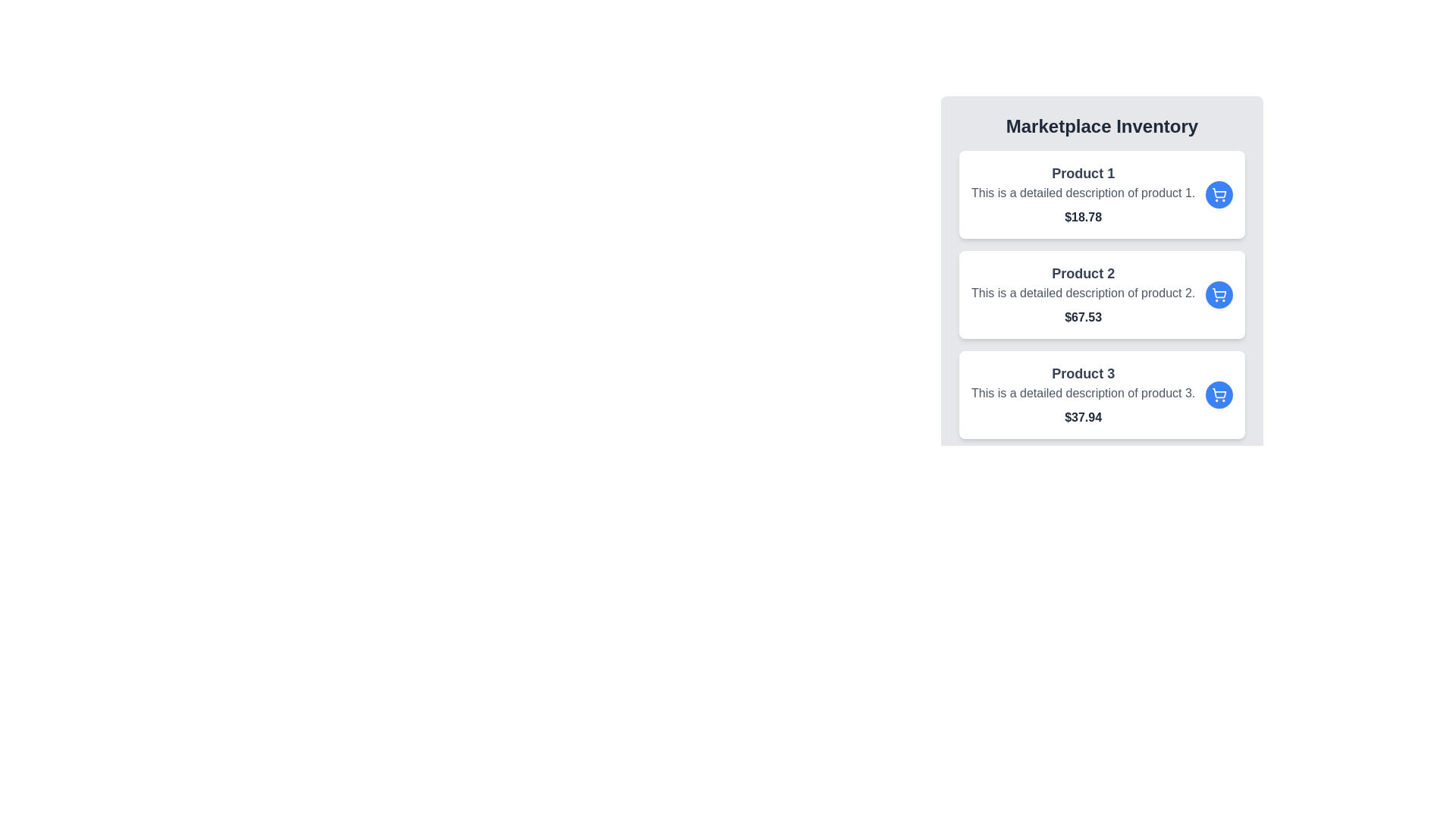 This screenshot has height=819, width=1456. What do you see at coordinates (1219, 394) in the screenshot?
I see `the 'Add to Cart' button for 'Product 3'` at bounding box center [1219, 394].